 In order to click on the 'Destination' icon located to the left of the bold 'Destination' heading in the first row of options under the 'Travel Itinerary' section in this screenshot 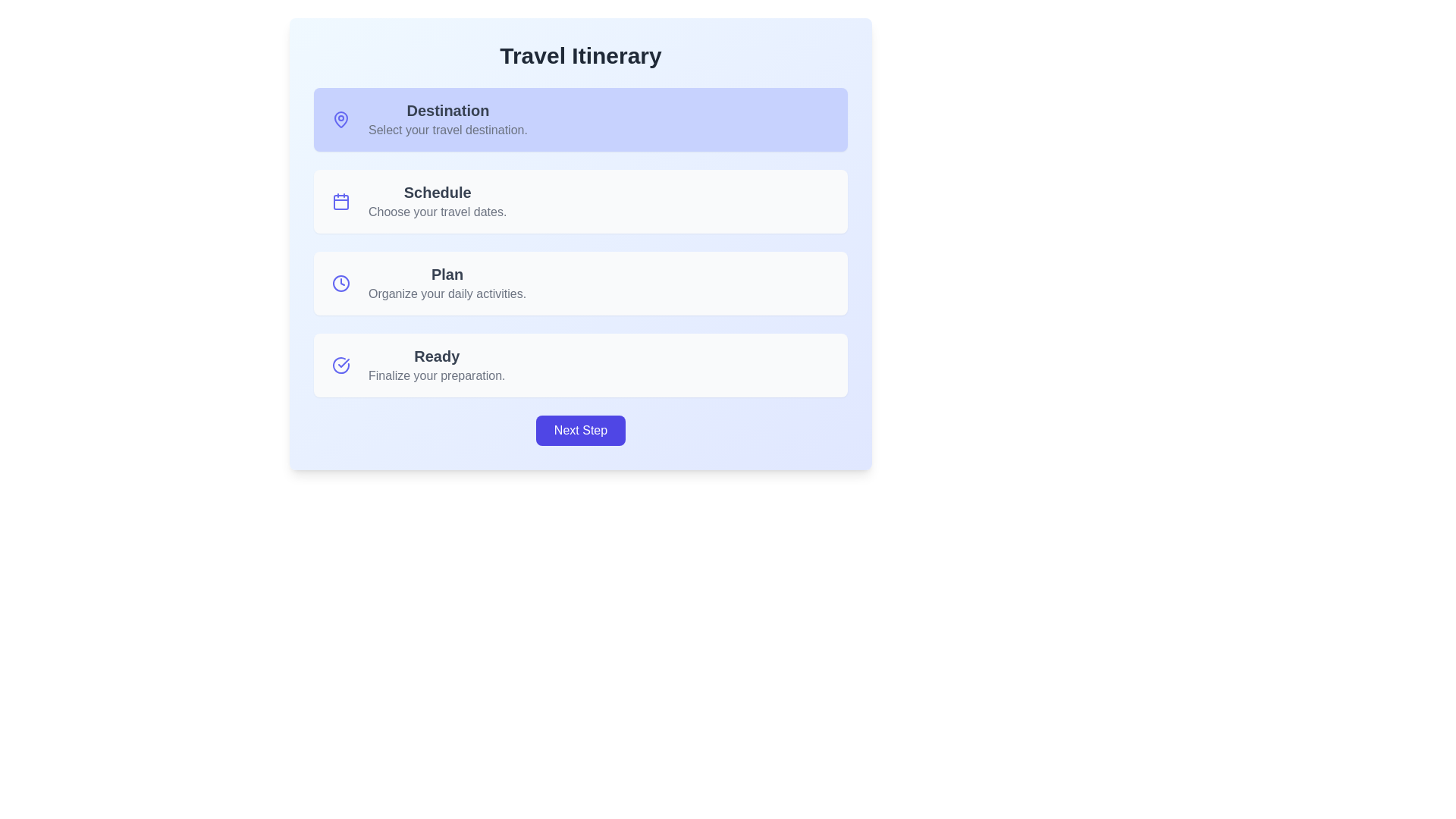, I will do `click(340, 118)`.